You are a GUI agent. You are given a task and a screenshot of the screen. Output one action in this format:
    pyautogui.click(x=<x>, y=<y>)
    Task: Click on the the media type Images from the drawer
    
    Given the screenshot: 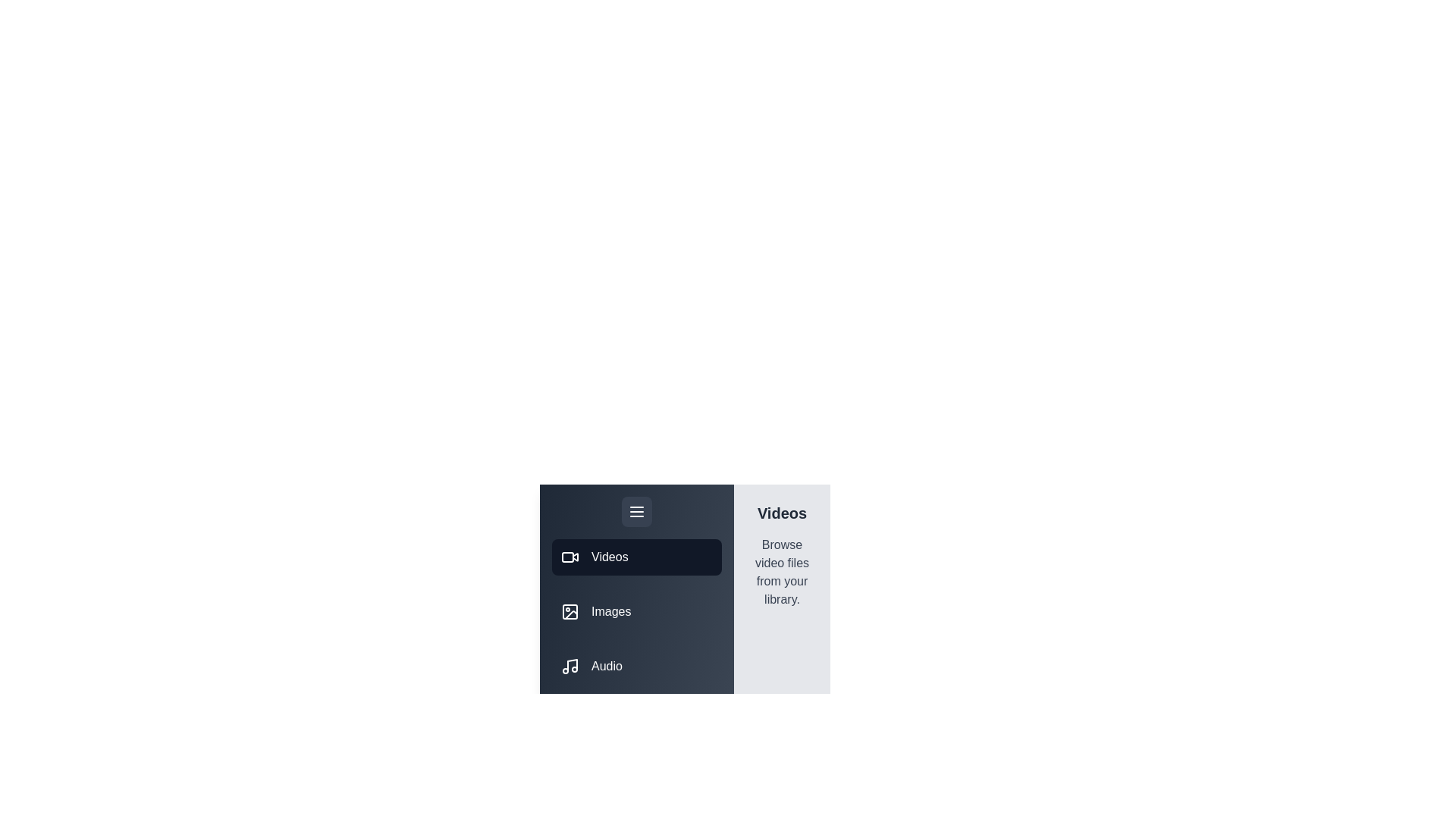 What is the action you would take?
    pyautogui.click(x=637, y=610)
    